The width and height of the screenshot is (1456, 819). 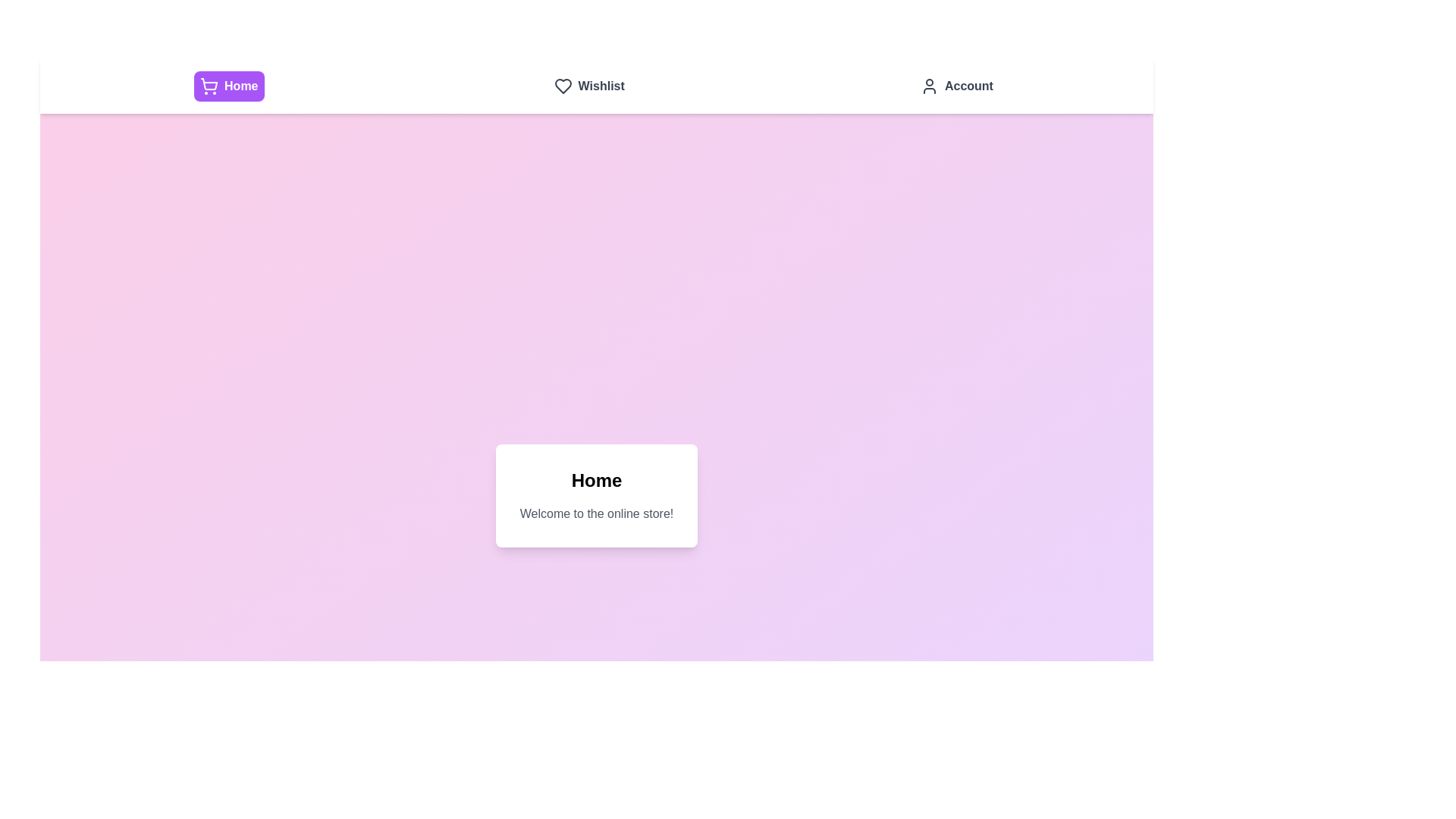 What do you see at coordinates (228, 86) in the screenshot?
I see `the navigation tab labeled Home` at bounding box center [228, 86].